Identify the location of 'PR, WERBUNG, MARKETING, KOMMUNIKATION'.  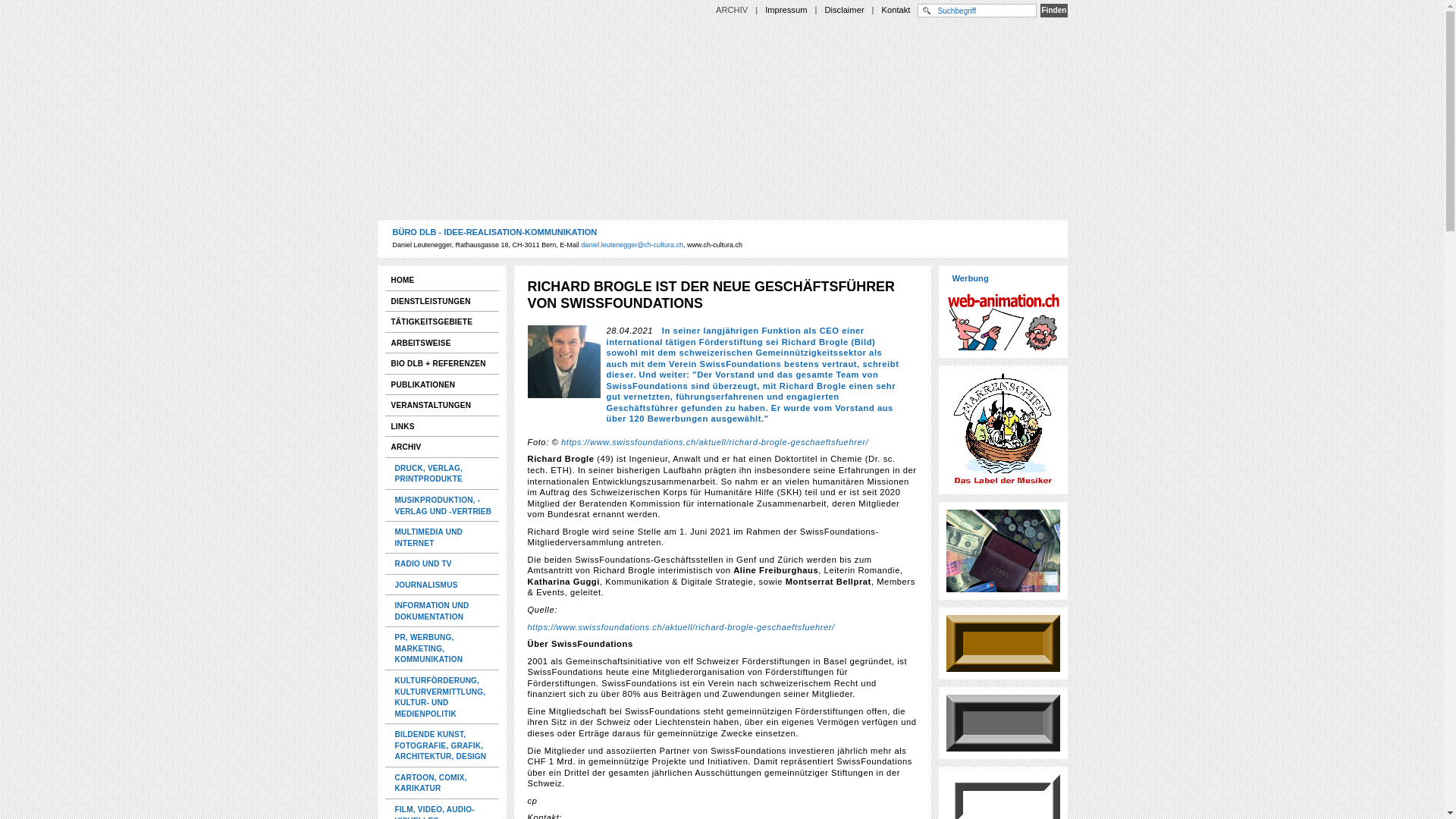
(442, 648).